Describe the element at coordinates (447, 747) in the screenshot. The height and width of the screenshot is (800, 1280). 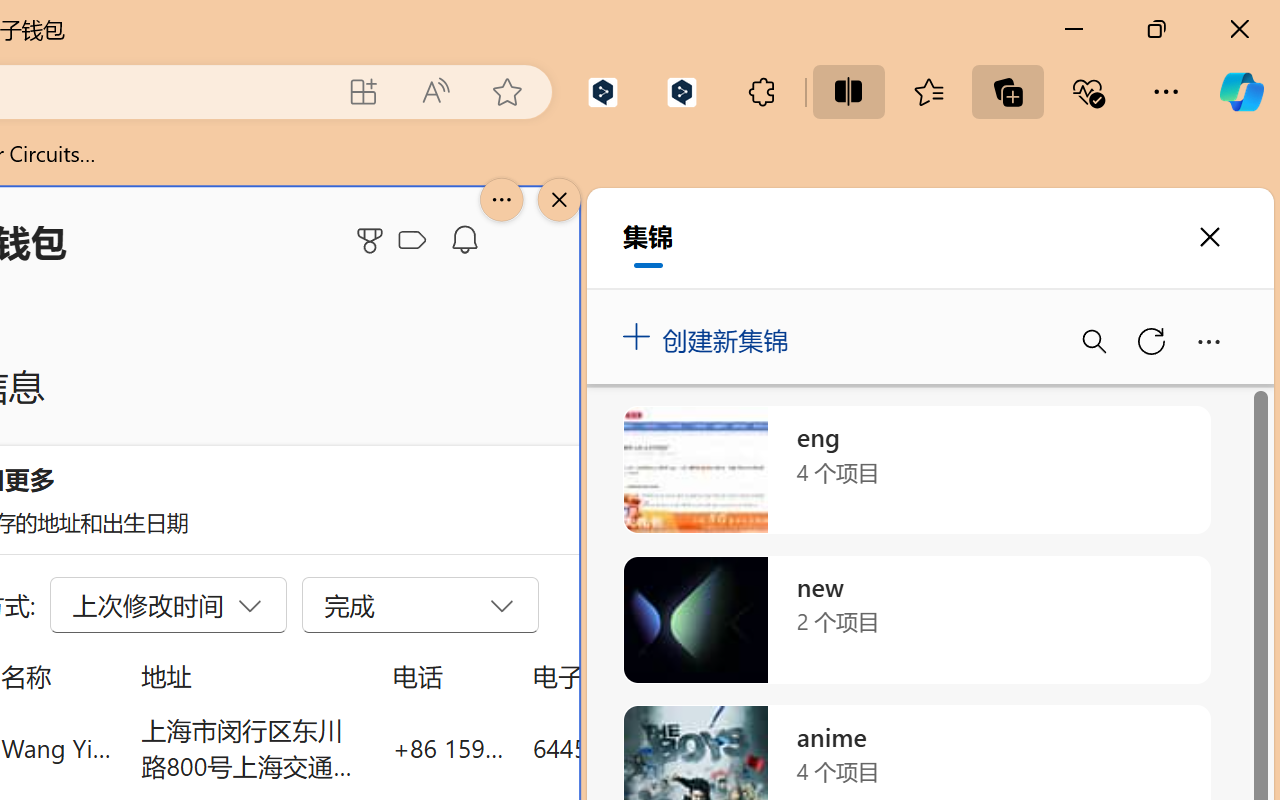
I see `'+86 159 0032 4640'` at that location.